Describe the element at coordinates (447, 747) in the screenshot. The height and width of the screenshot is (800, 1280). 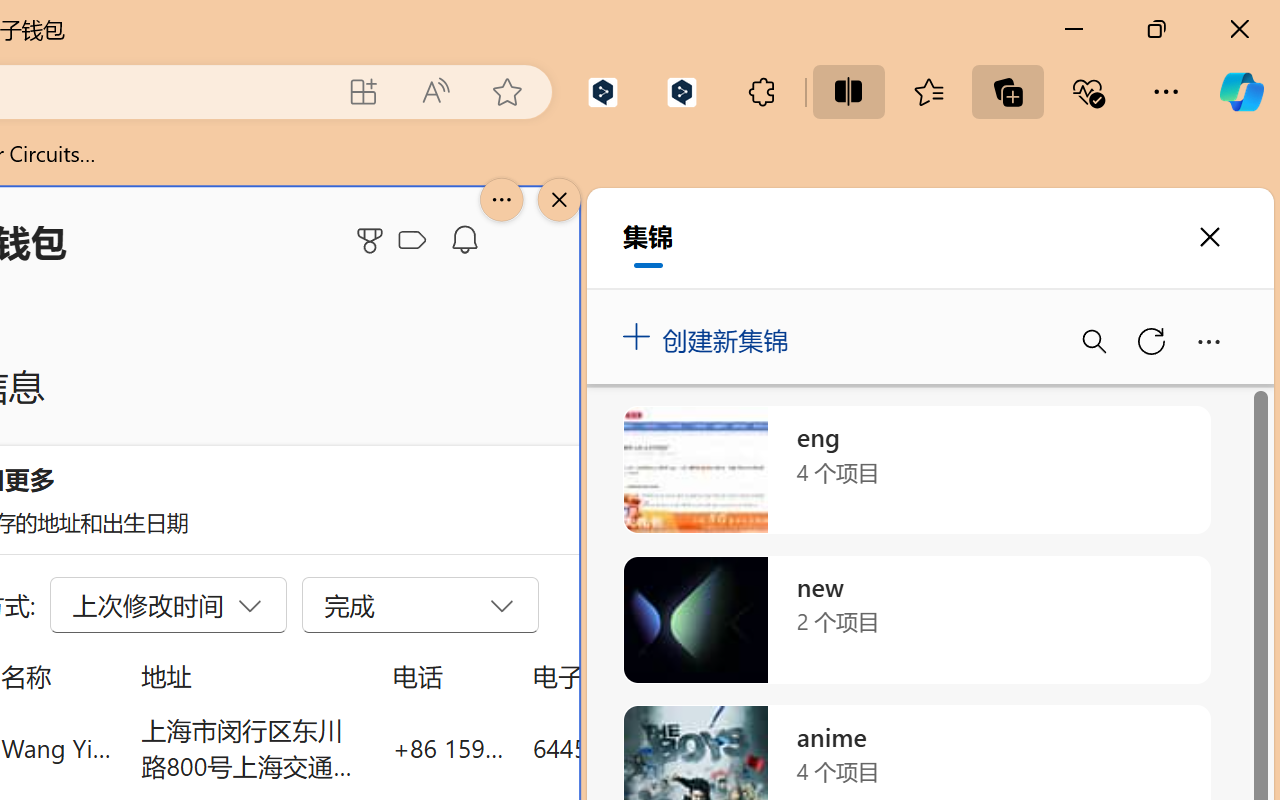
I see `'+86 159 0032 4640'` at that location.